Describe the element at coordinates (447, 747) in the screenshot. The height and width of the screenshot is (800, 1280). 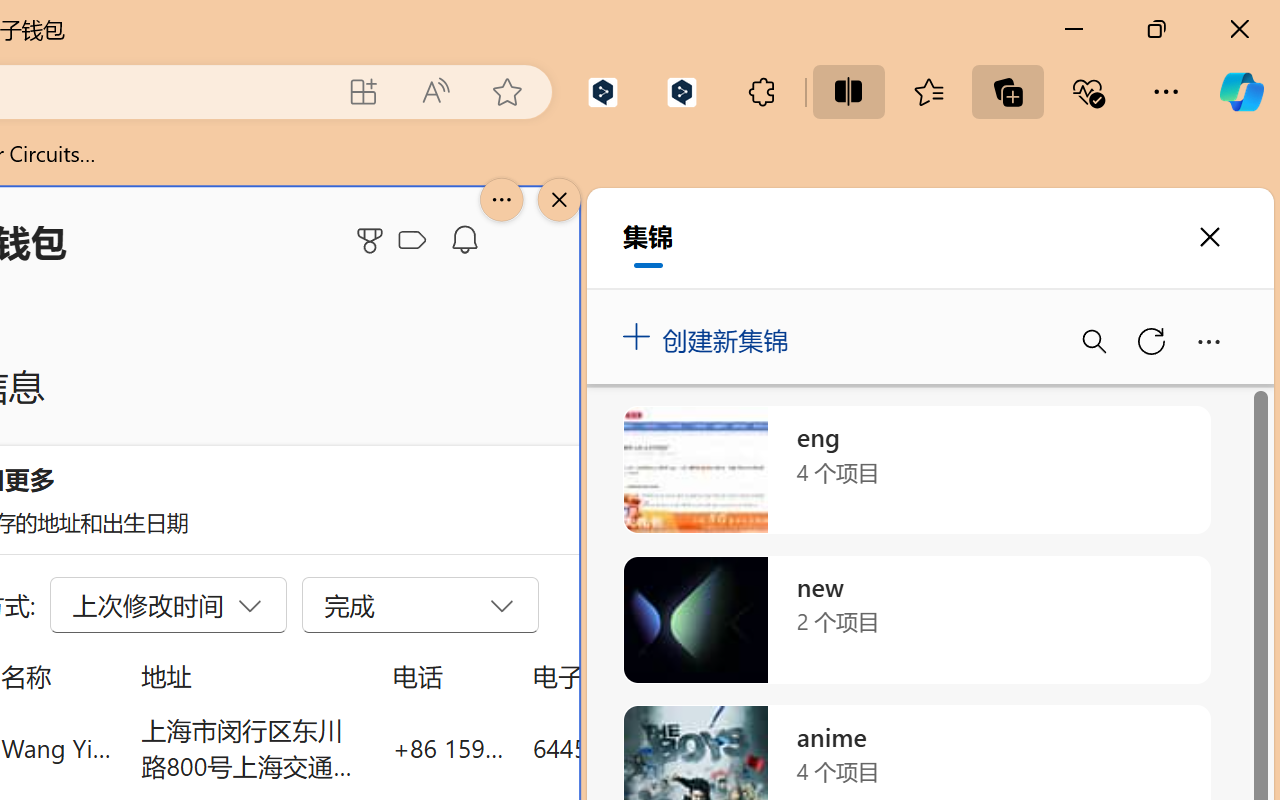
I see `'+86 159 0032 4640'` at that location.